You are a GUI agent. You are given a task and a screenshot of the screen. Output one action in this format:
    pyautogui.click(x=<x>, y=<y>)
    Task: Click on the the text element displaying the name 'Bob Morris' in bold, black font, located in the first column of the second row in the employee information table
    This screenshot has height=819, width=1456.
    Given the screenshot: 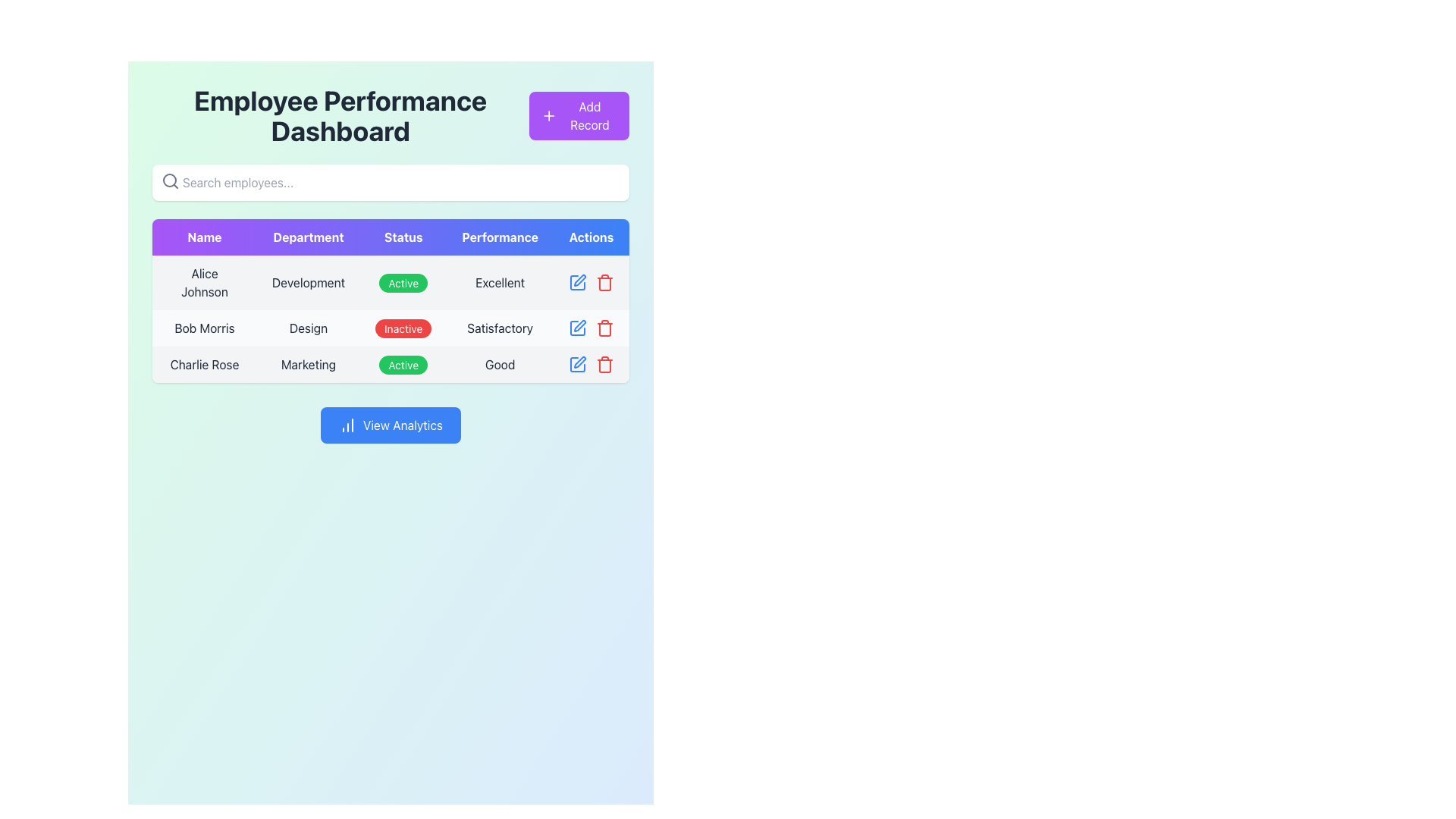 What is the action you would take?
    pyautogui.click(x=203, y=327)
    